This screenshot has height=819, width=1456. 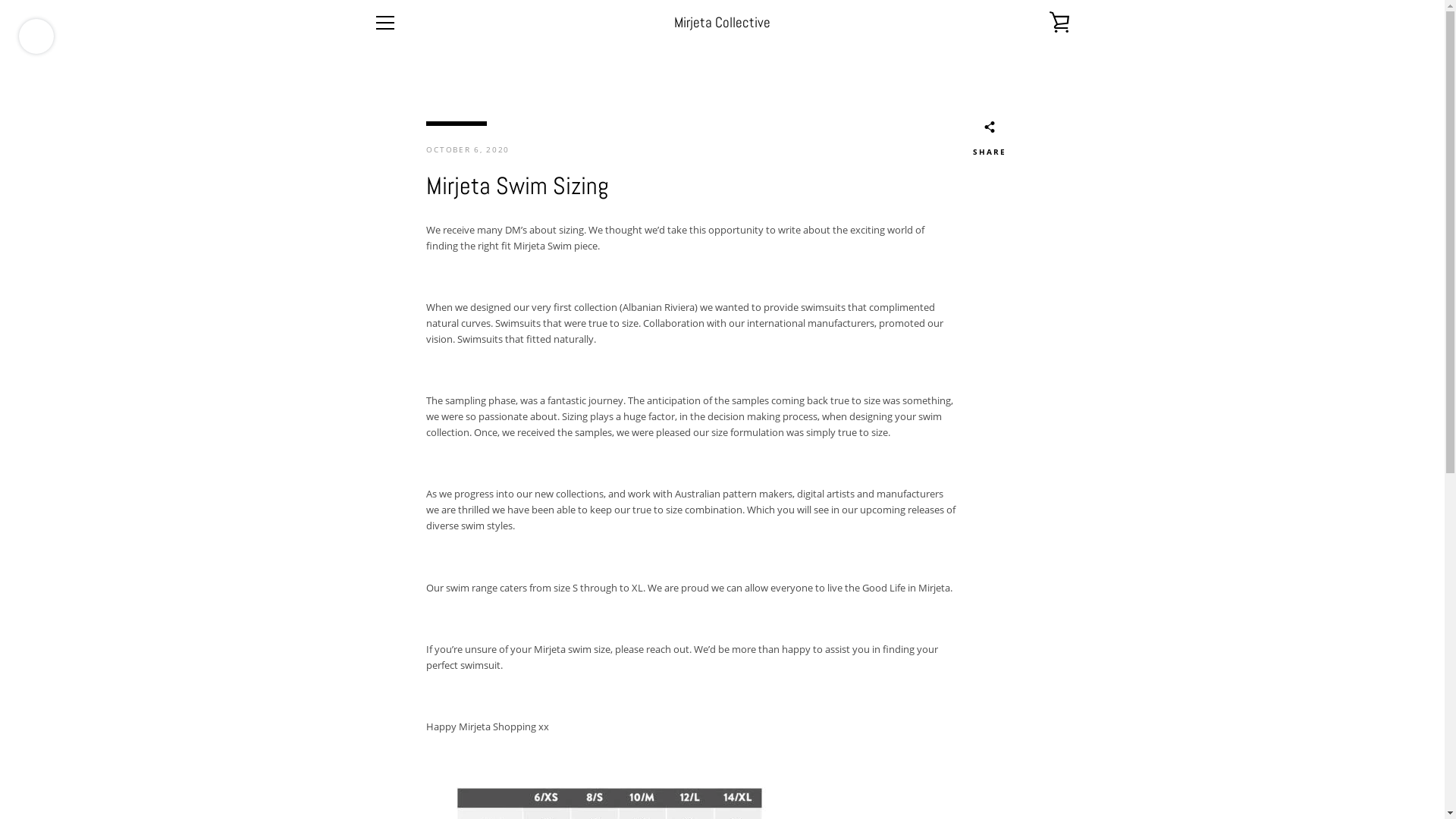 I want to click on 'Mirjeta Collective', so click(x=721, y=22).